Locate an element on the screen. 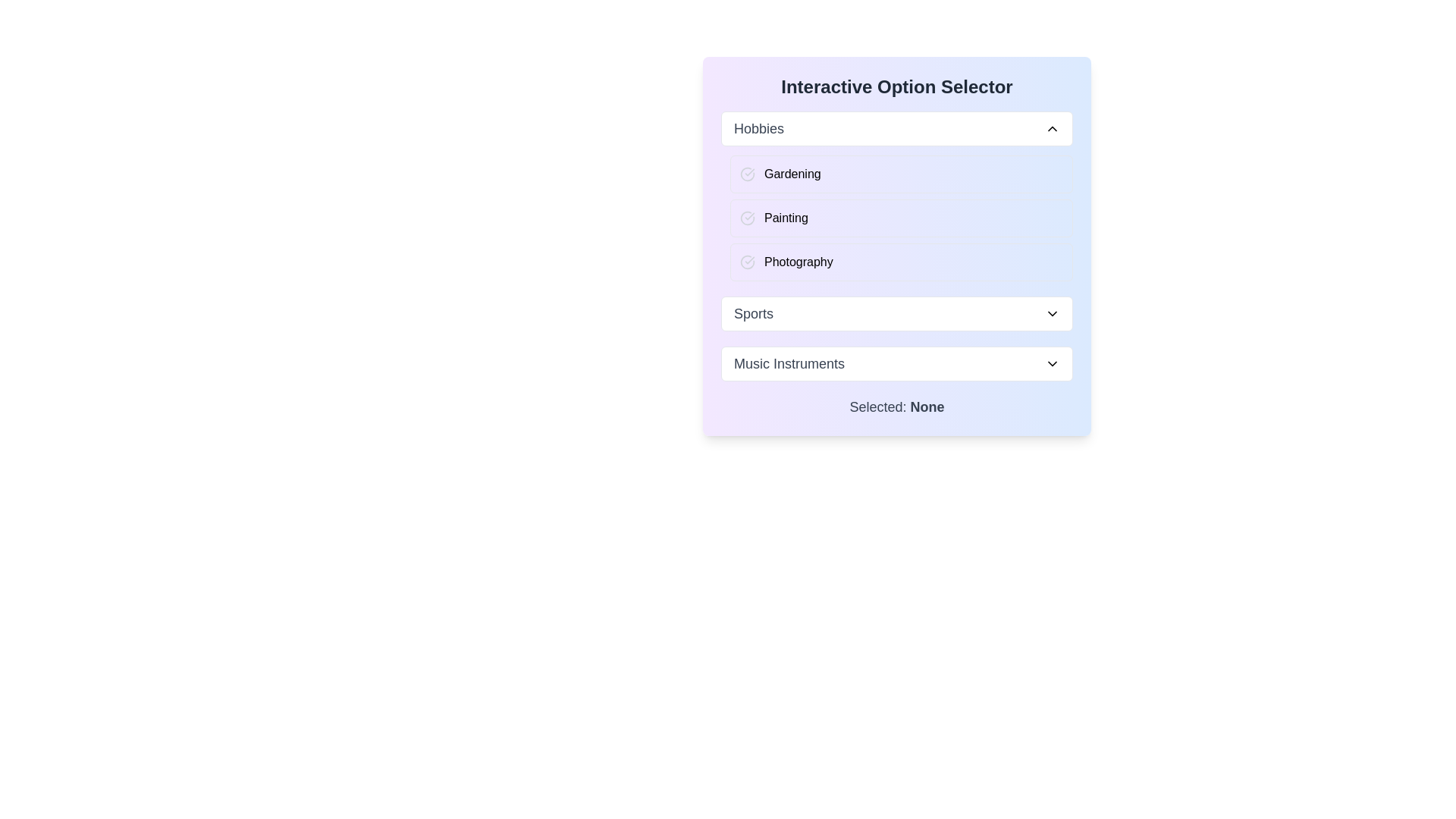 The height and width of the screenshot is (819, 1456). the circular gray icon with a checkmark inside that indicates the selection state for 'Painting' in the Hobbies list is located at coordinates (747, 218).